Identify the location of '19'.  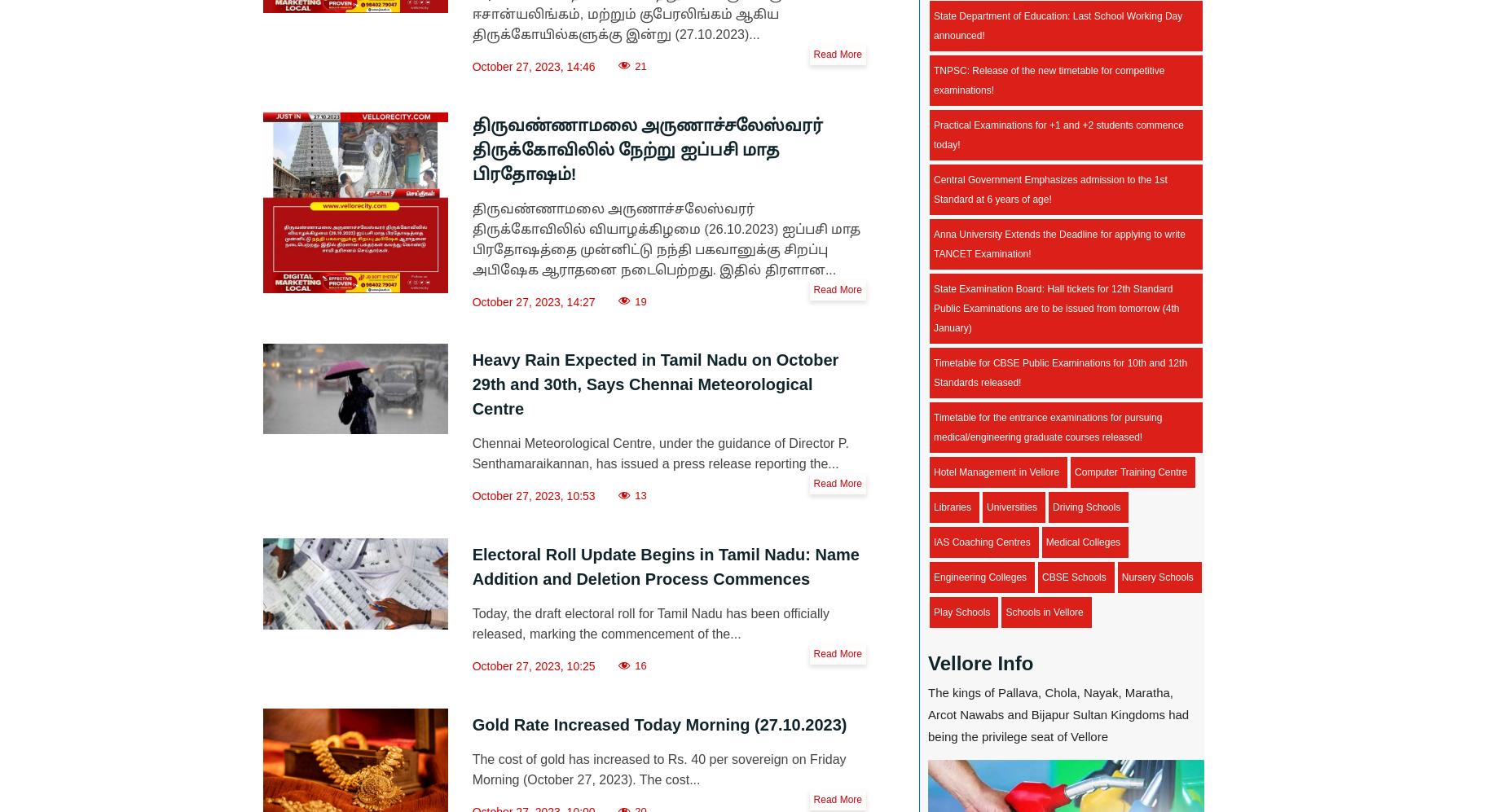
(640, 301).